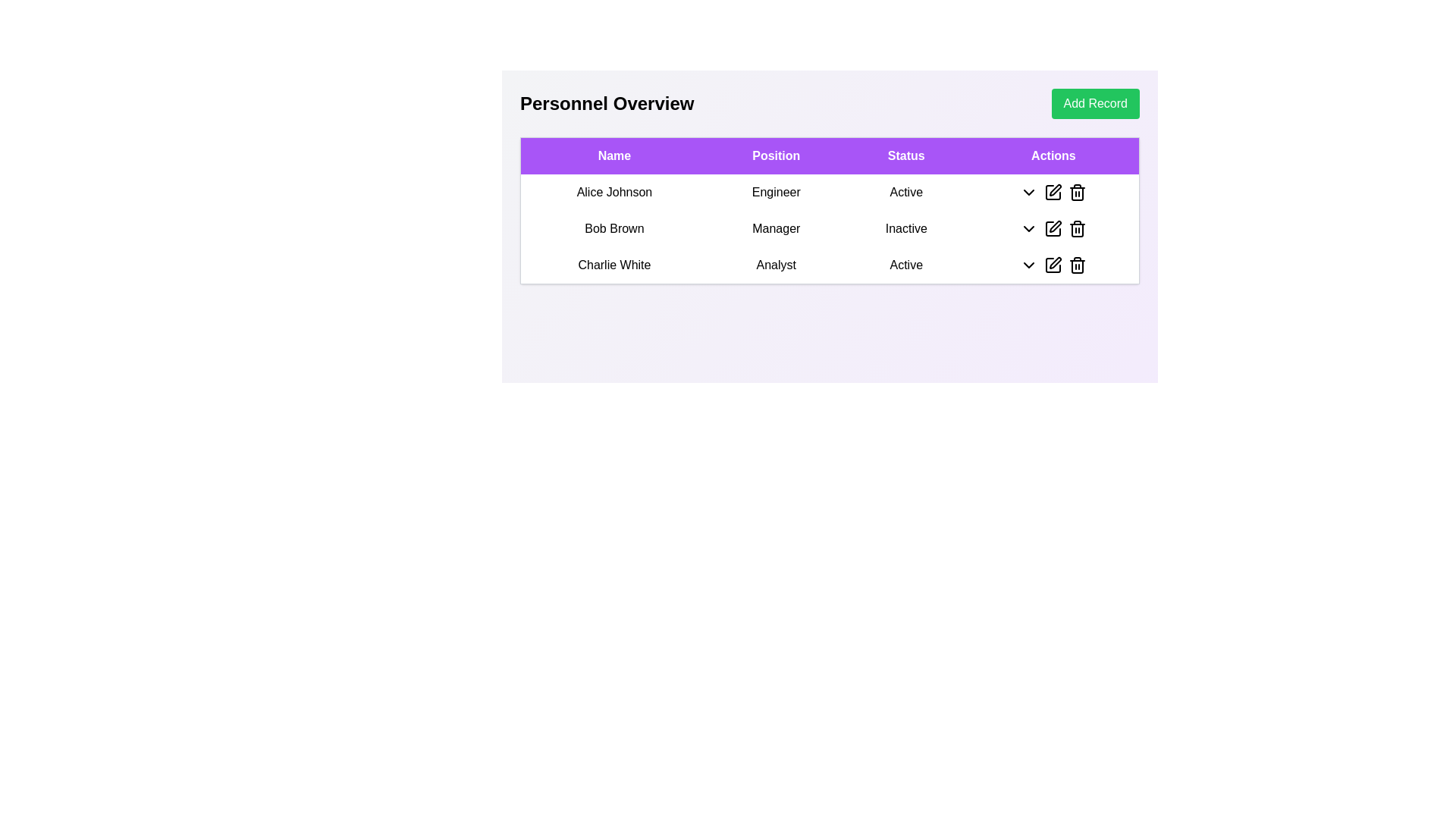  What do you see at coordinates (1077, 192) in the screenshot?
I see `the delete button for 'Alice Johnson' in the personnel table, which is the third icon in the 'Actions' column` at bounding box center [1077, 192].